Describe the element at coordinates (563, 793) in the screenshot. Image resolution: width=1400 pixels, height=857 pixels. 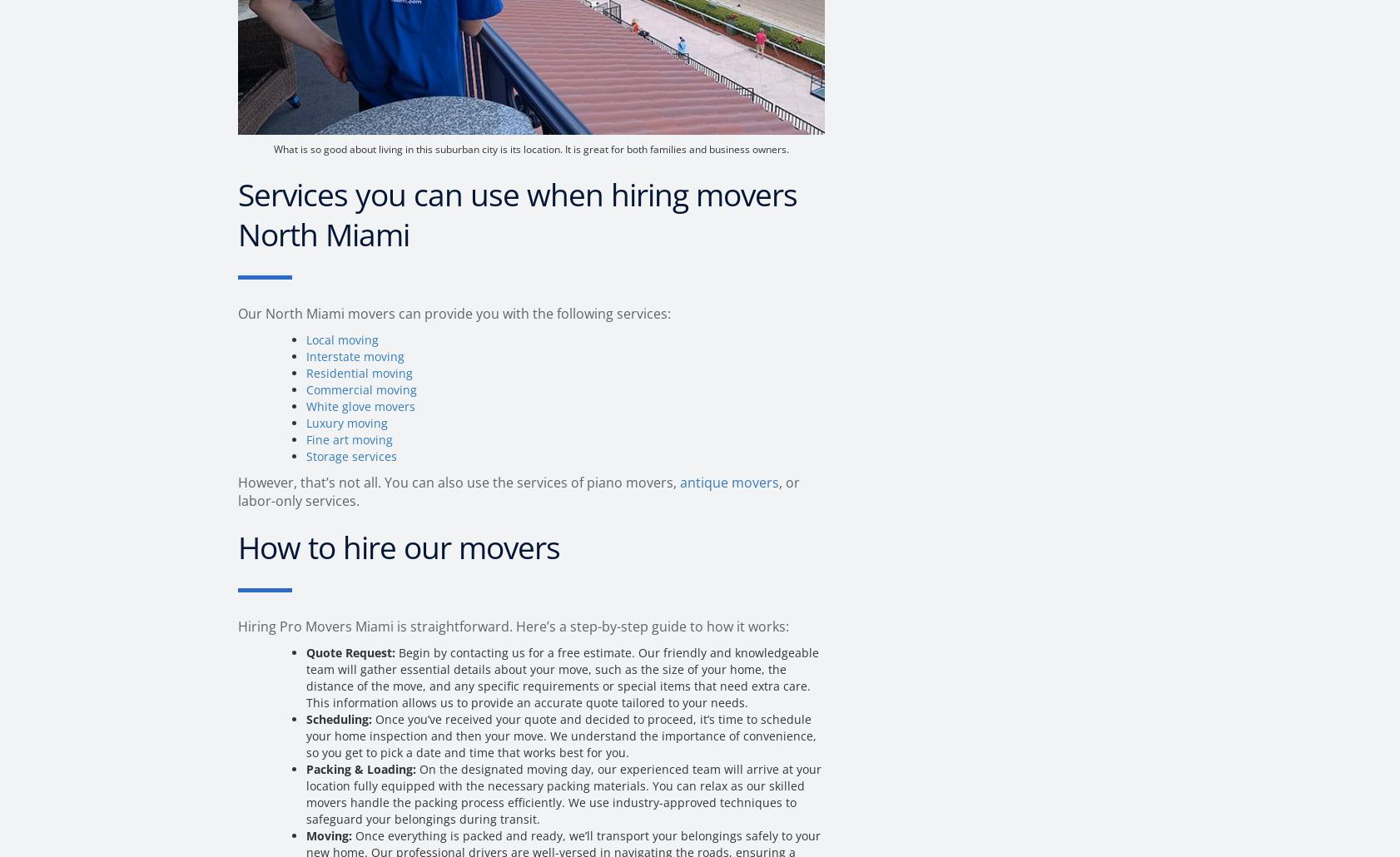
I see `'On the designated moving day, our experienced team will arrive at your location fully equipped with the necessary packing materials. You can relax as our skilled movers handle the packing process efficiently. We use industry-approved techniques to safeguard your belongings during transit.'` at that location.